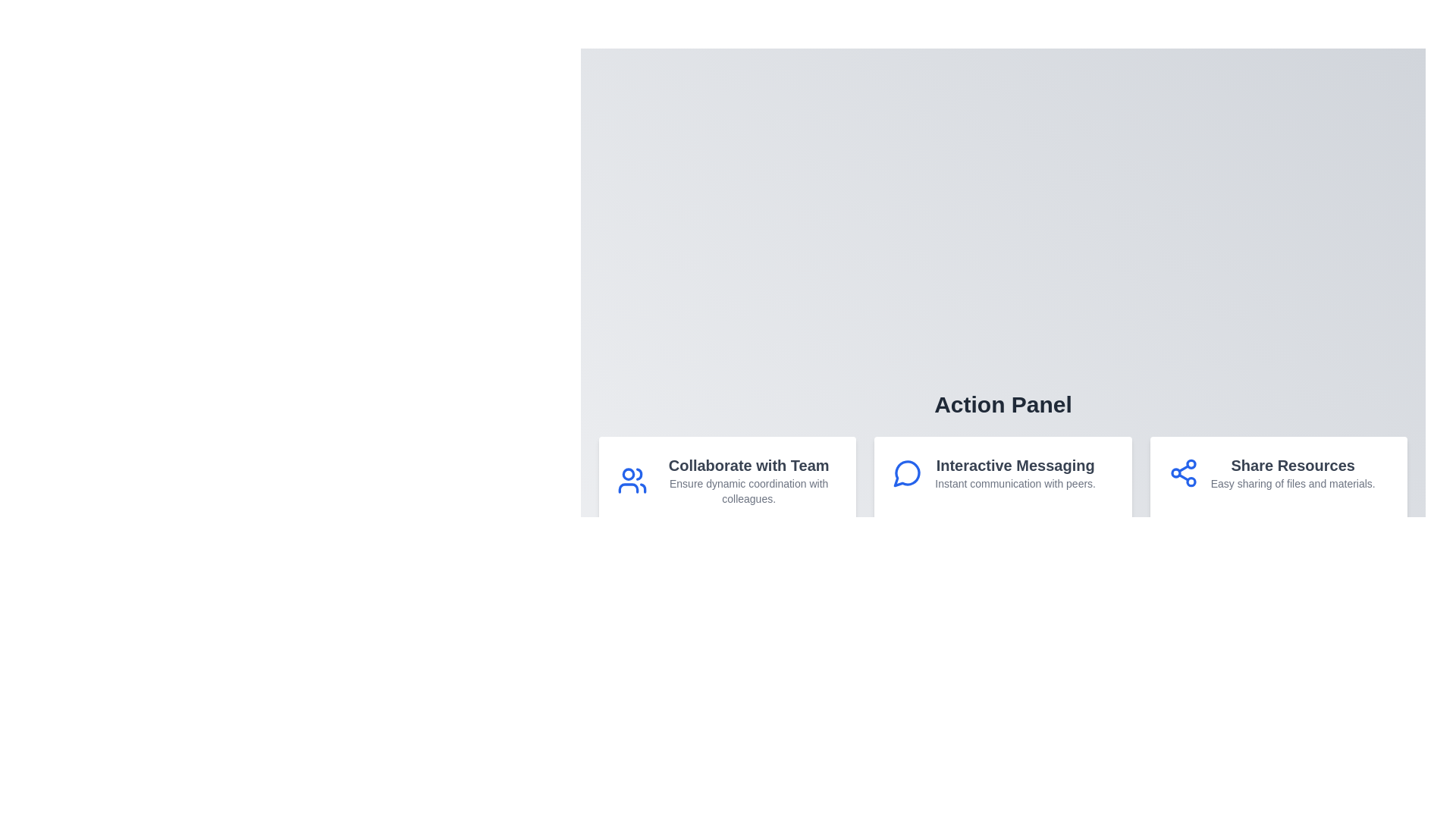 This screenshot has width=1456, height=819. I want to click on supplementary text label providing context about the 'Interactive Messaging' feature, located below the header in the middle section of the row, so click(1015, 483).